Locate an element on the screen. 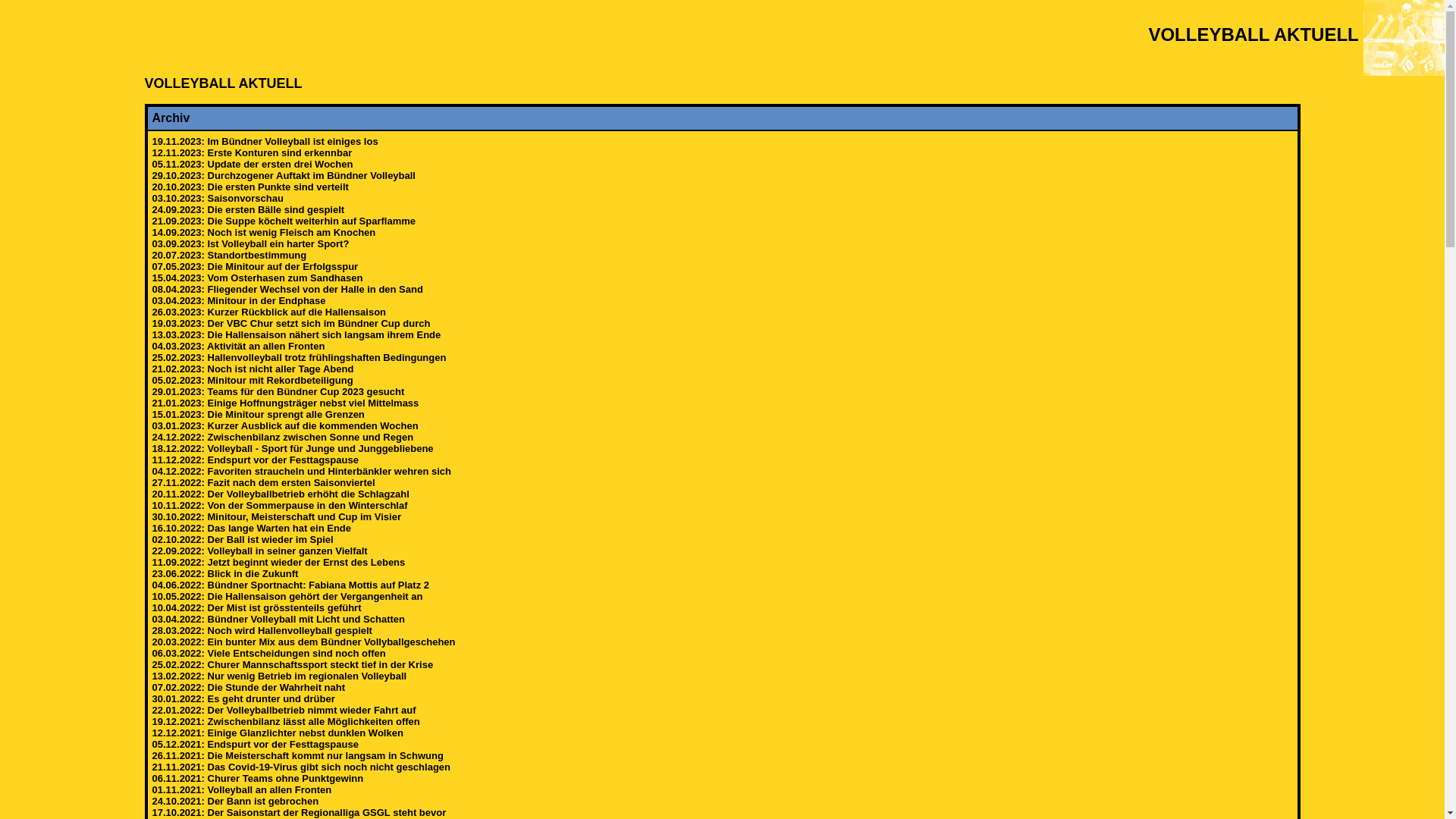 This screenshot has width=1456, height=819. '22.01.2022: Der Volleyballbetrieb nimmt wieder Fahrt auf' is located at coordinates (284, 710).